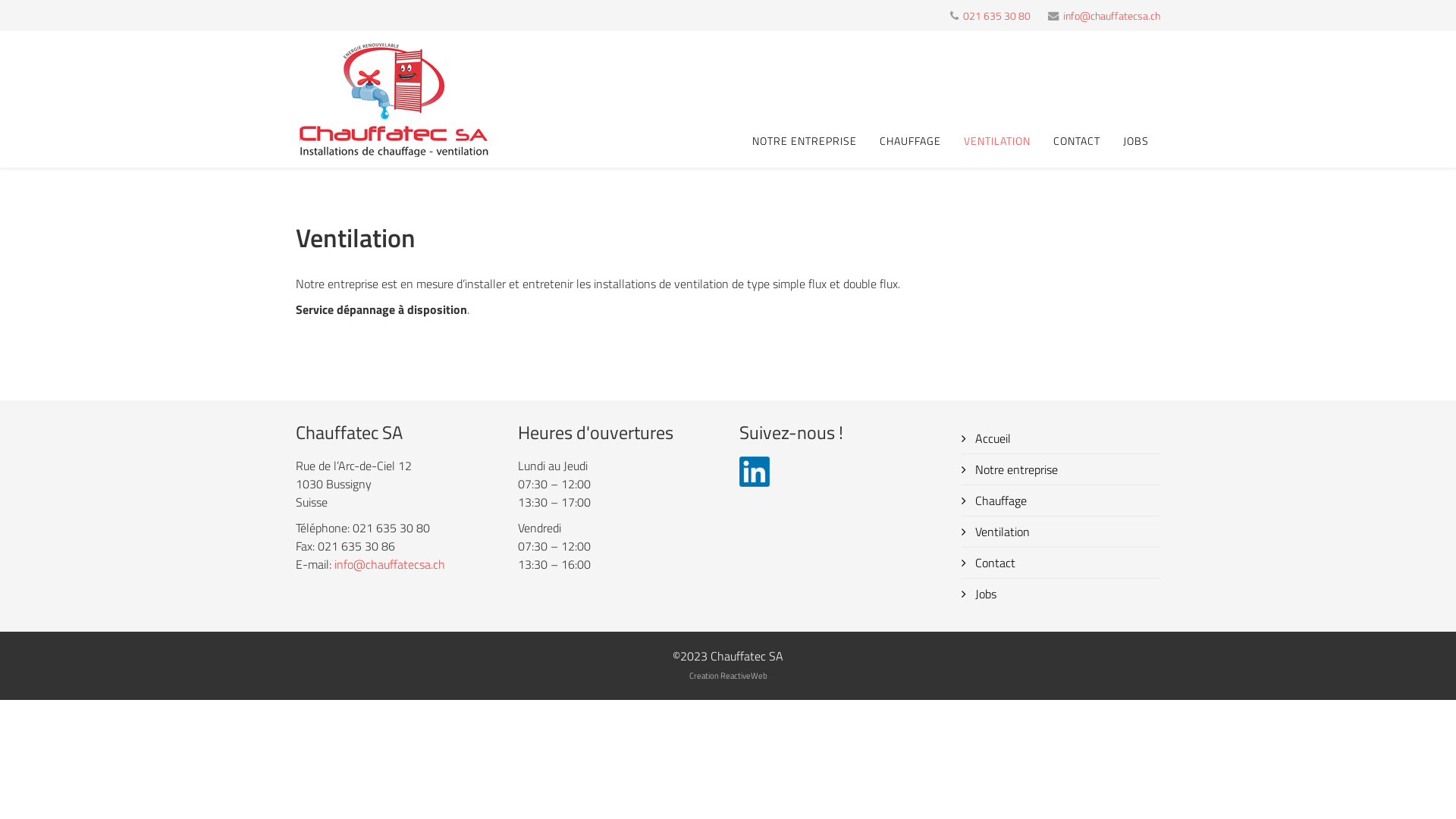 The height and width of the screenshot is (819, 1456). Describe the element at coordinates (1060, 500) in the screenshot. I see `'Chauffage'` at that location.